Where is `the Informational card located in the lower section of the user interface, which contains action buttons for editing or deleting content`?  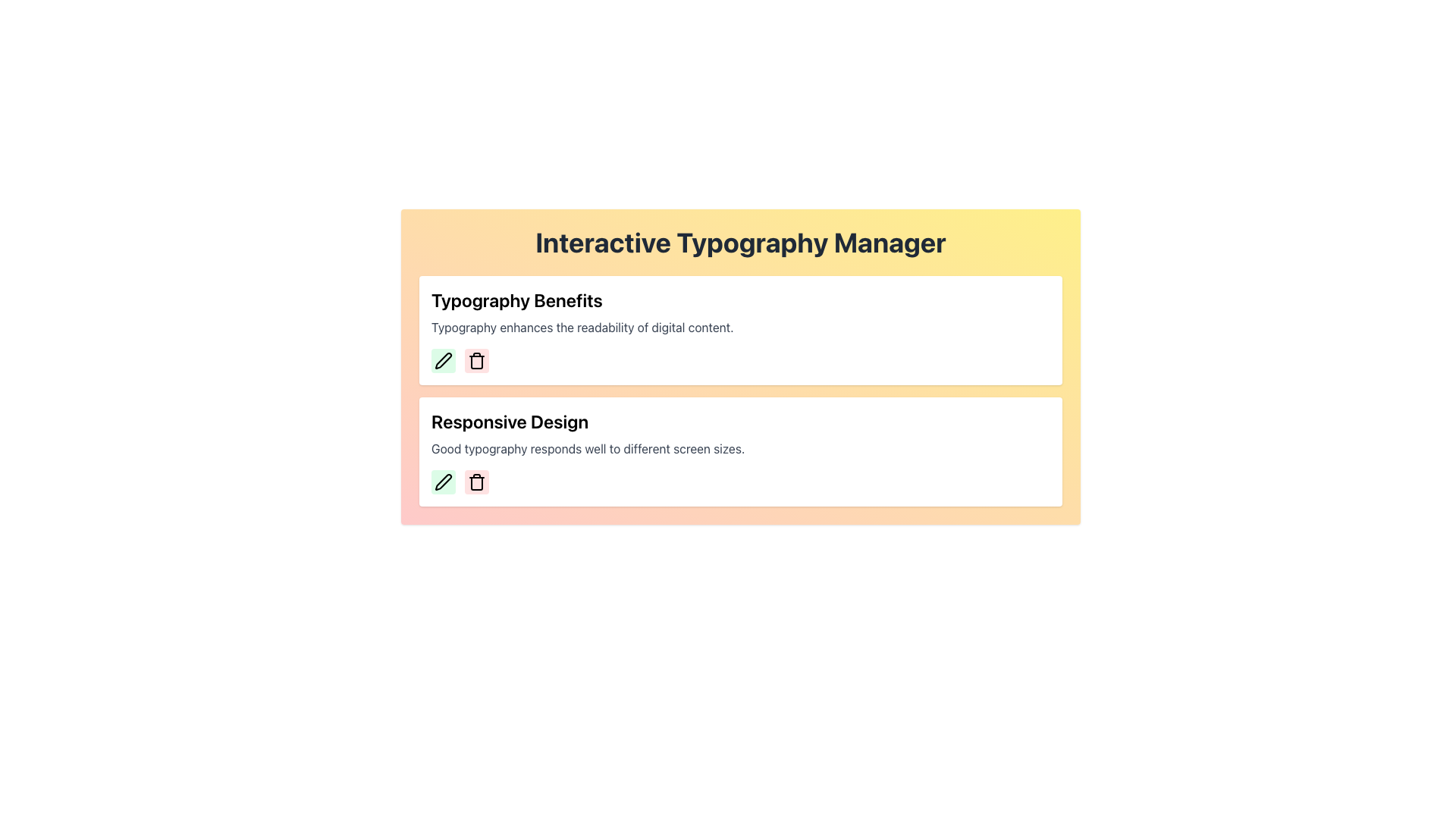
the Informational card located in the lower section of the user interface, which contains action buttons for editing or deleting content is located at coordinates (741, 451).